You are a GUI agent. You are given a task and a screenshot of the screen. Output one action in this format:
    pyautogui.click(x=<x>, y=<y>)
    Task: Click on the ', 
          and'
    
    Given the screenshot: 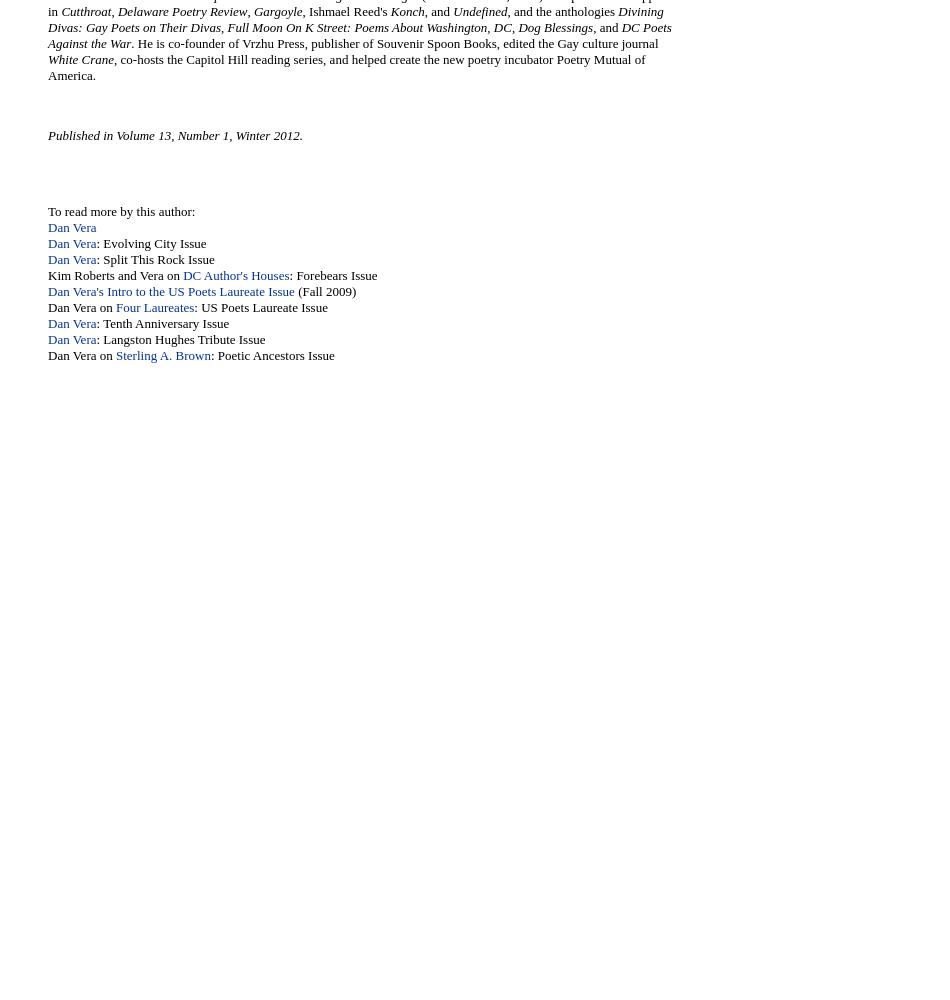 What is the action you would take?
    pyautogui.click(x=437, y=11)
    